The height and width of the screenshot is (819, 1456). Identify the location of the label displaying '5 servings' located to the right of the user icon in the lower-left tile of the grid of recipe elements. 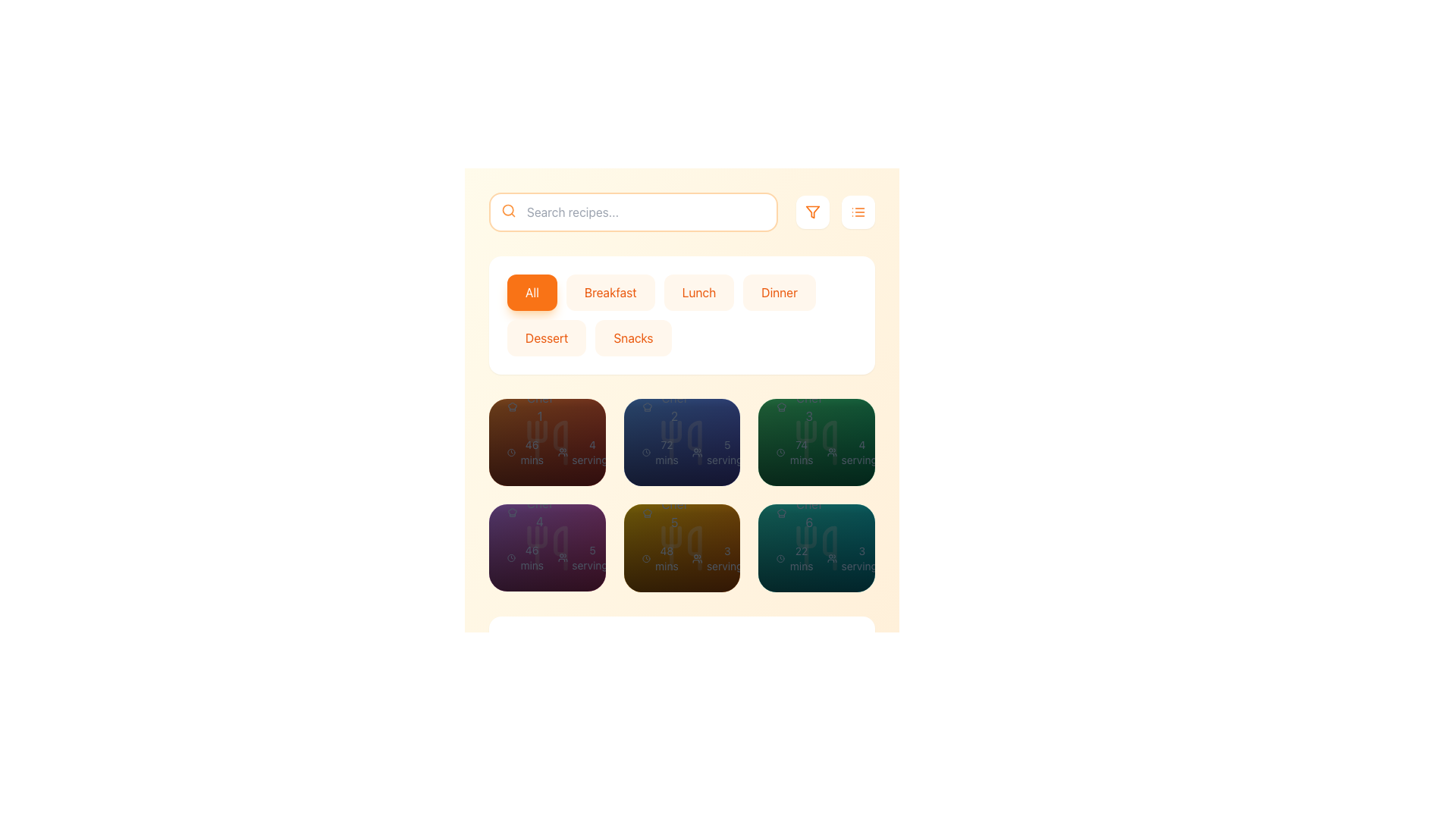
(585, 558).